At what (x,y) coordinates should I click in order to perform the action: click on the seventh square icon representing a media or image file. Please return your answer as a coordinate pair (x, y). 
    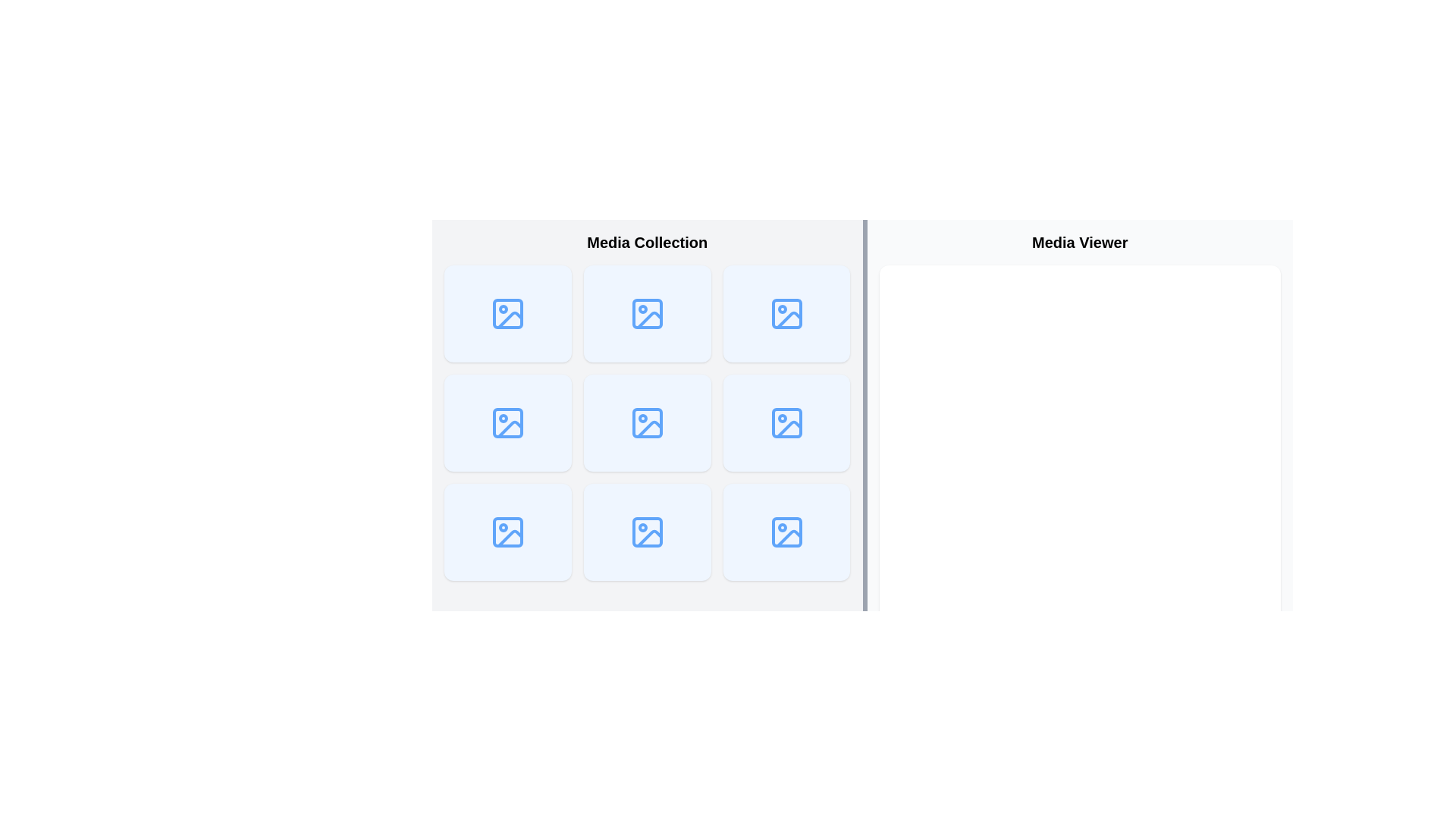
    Looking at the image, I should click on (507, 532).